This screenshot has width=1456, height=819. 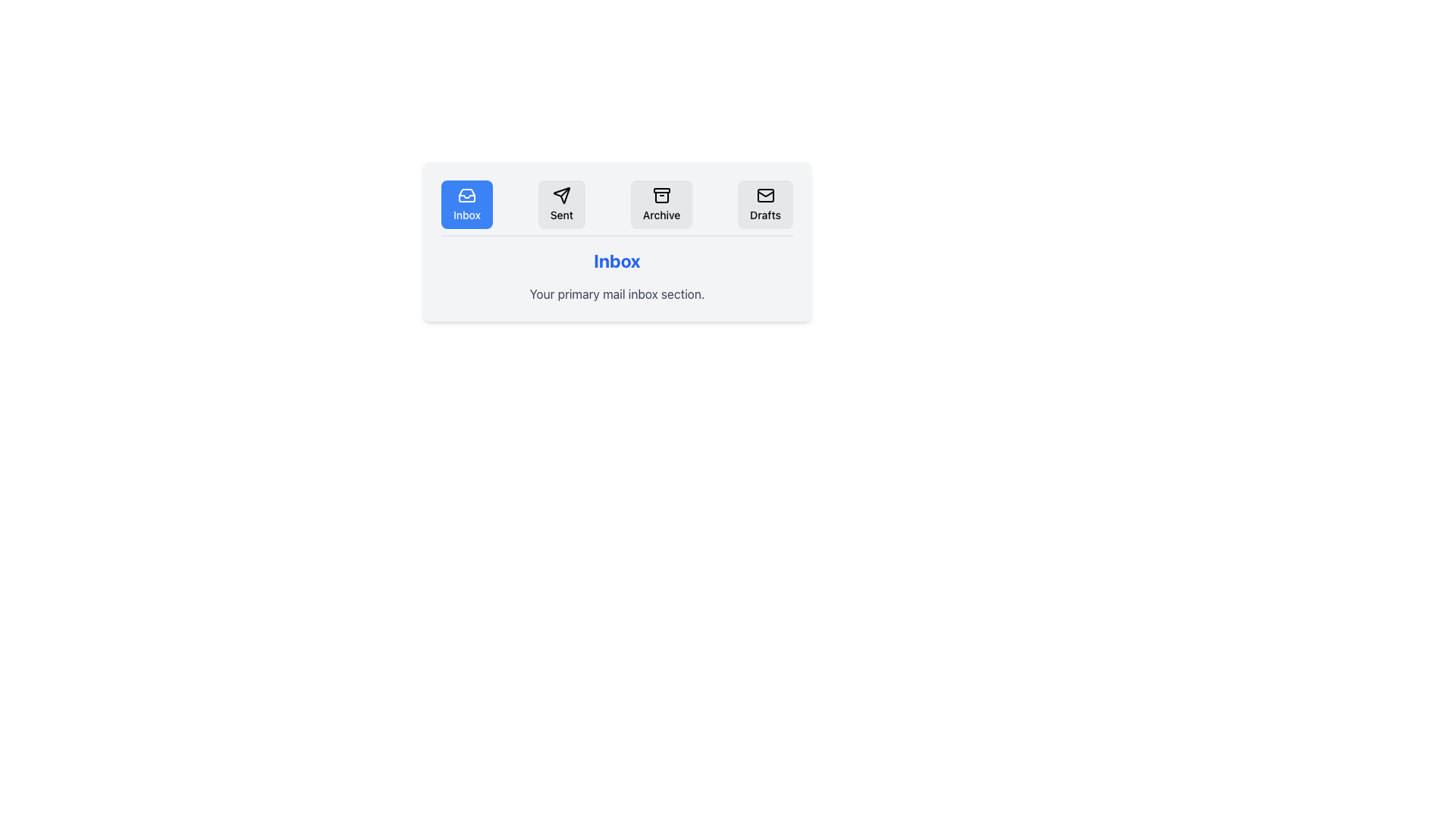 What do you see at coordinates (765, 205) in the screenshot?
I see `the 'Drafts' button, which is a light gray button with rounded corners and an envelope icon, located at the rightmost end of the row of buttons` at bounding box center [765, 205].